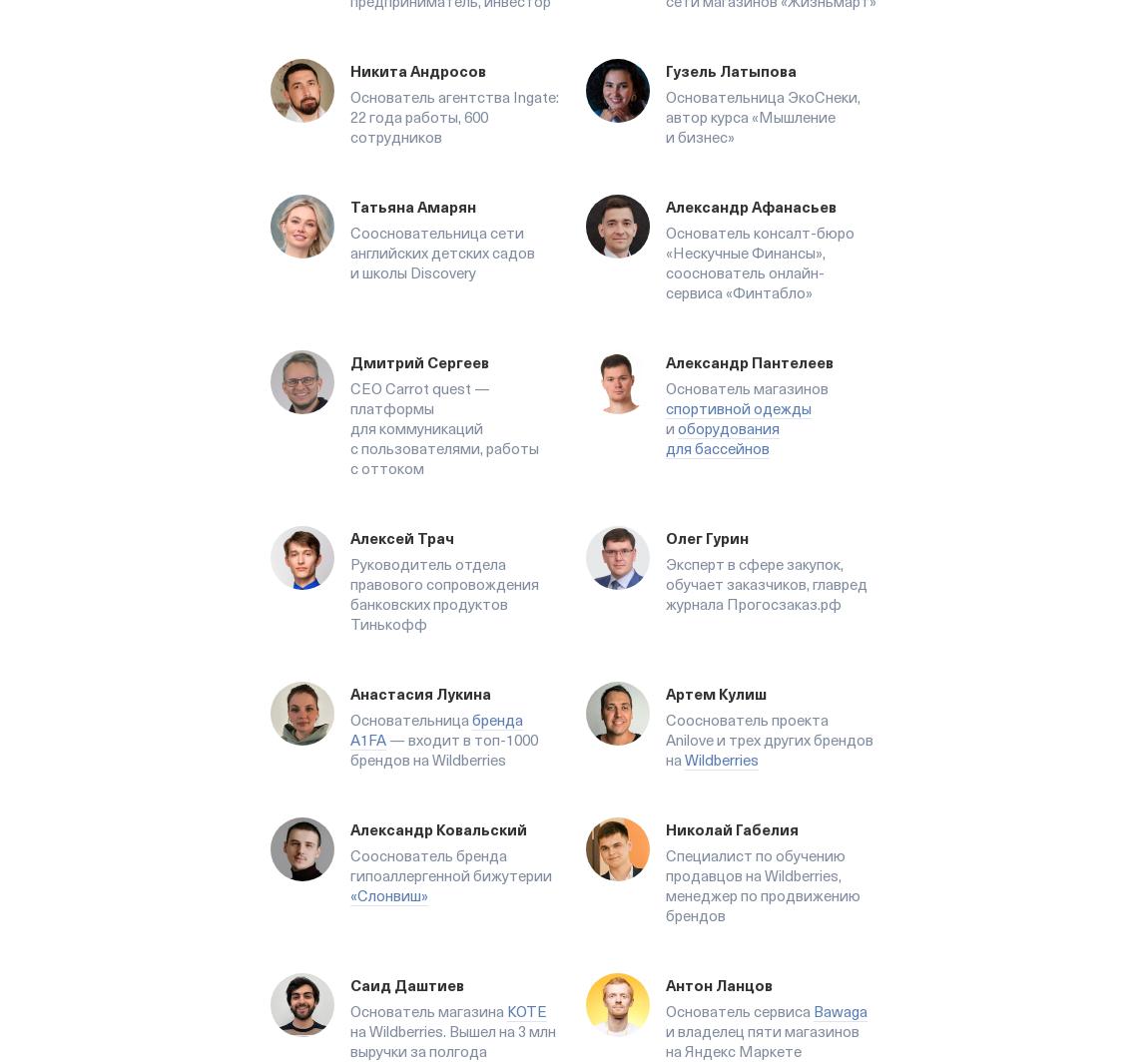 The image size is (1148, 1062). I want to click on 'Основатель агентства Ingate: 22 года работы, 600 сотрудников', so click(454, 117).